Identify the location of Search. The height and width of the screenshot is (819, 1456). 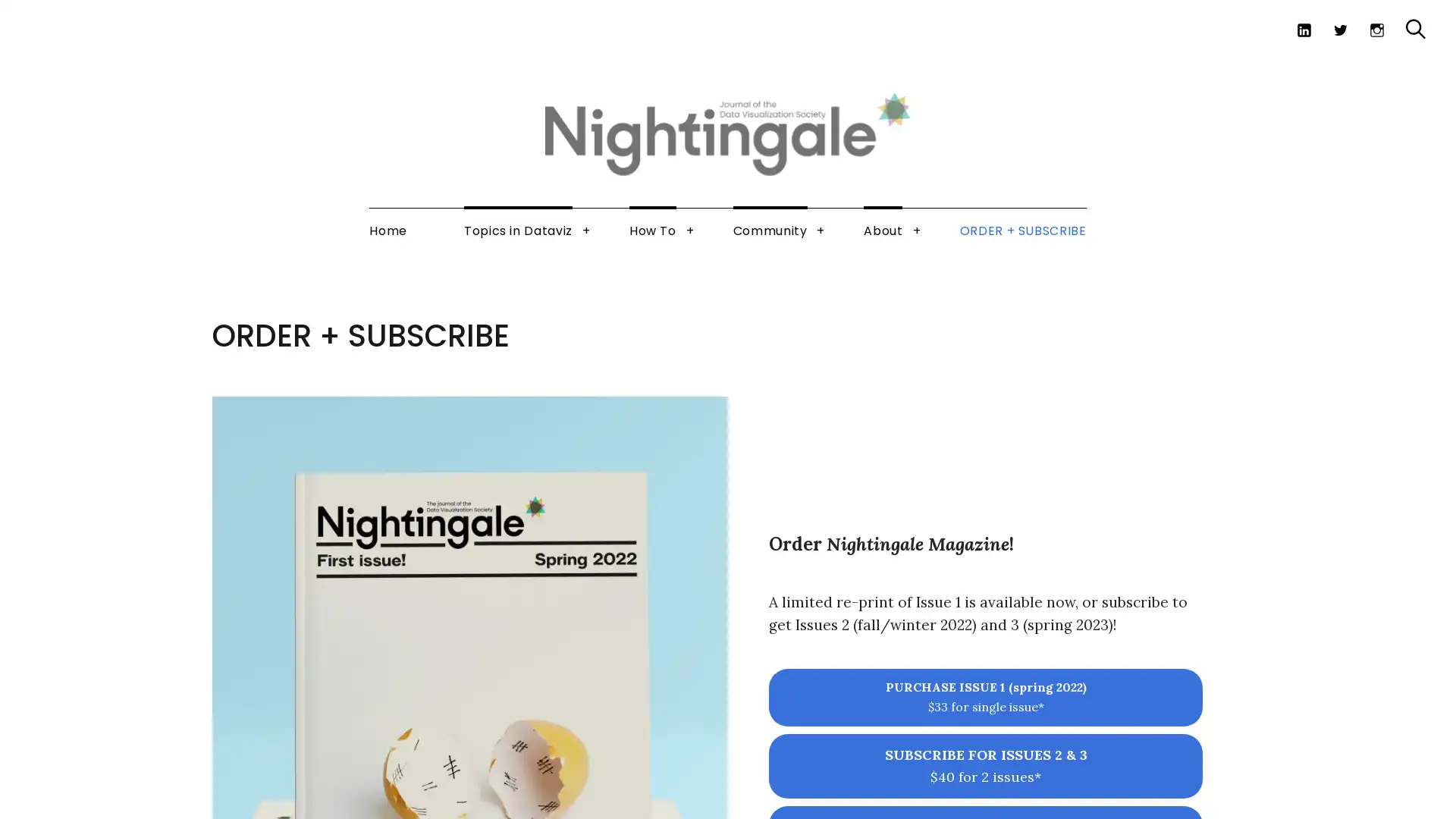
(1383, 22).